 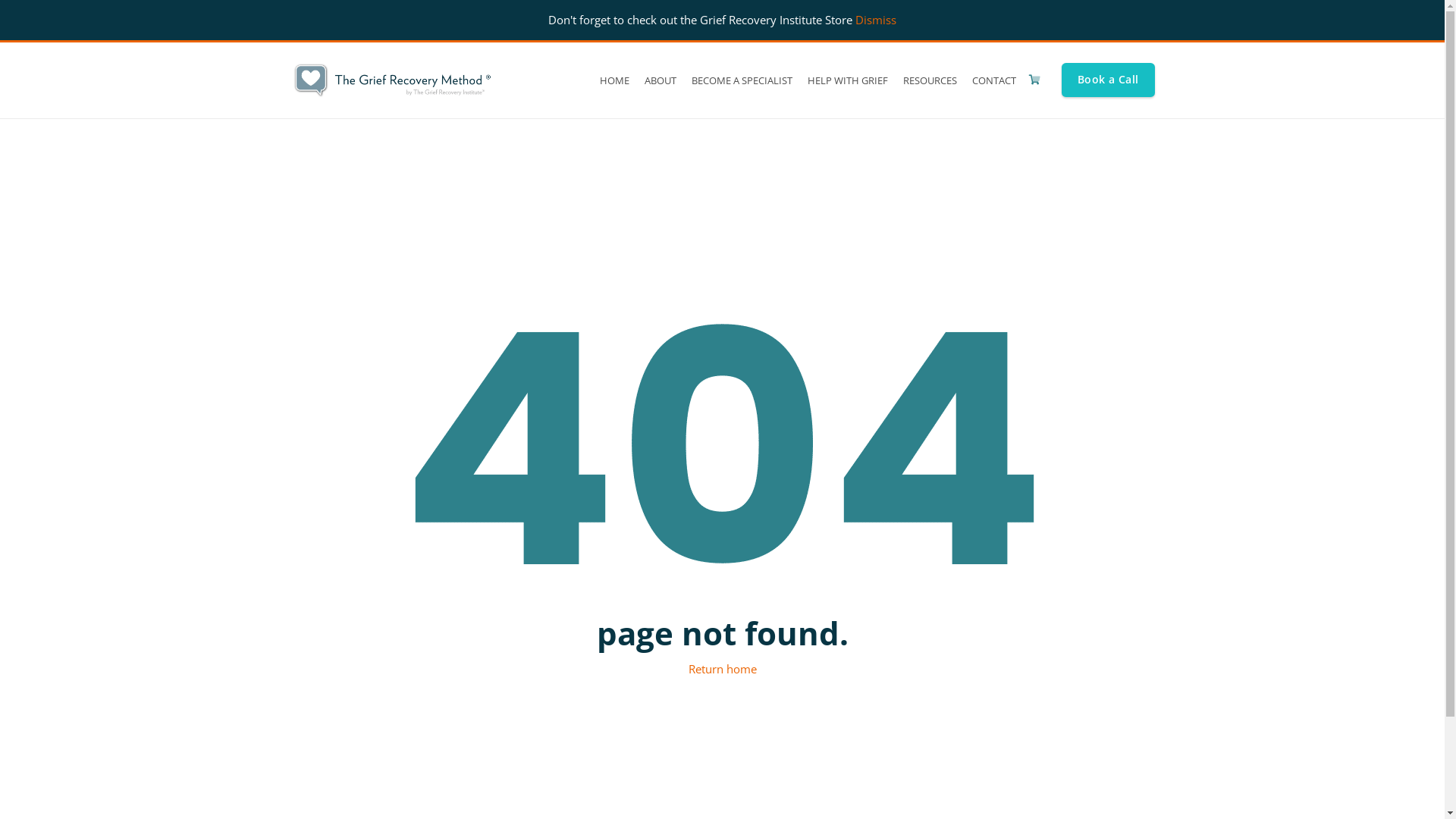 What do you see at coordinates (637, 80) in the screenshot?
I see `'ABOUT'` at bounding box center [637, 80].